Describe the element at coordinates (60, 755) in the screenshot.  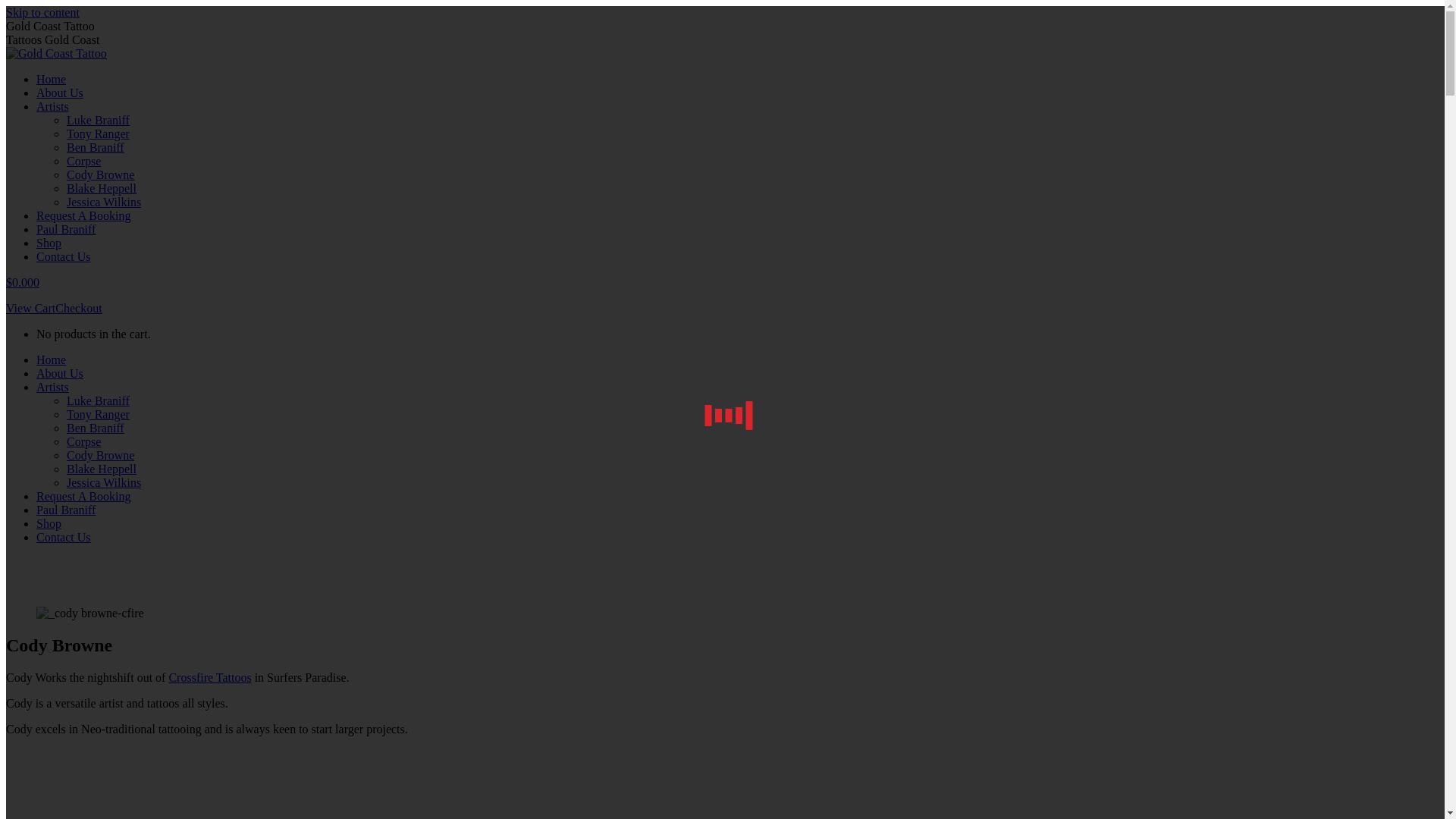
I see `'Follow on Instagram'` at that location.